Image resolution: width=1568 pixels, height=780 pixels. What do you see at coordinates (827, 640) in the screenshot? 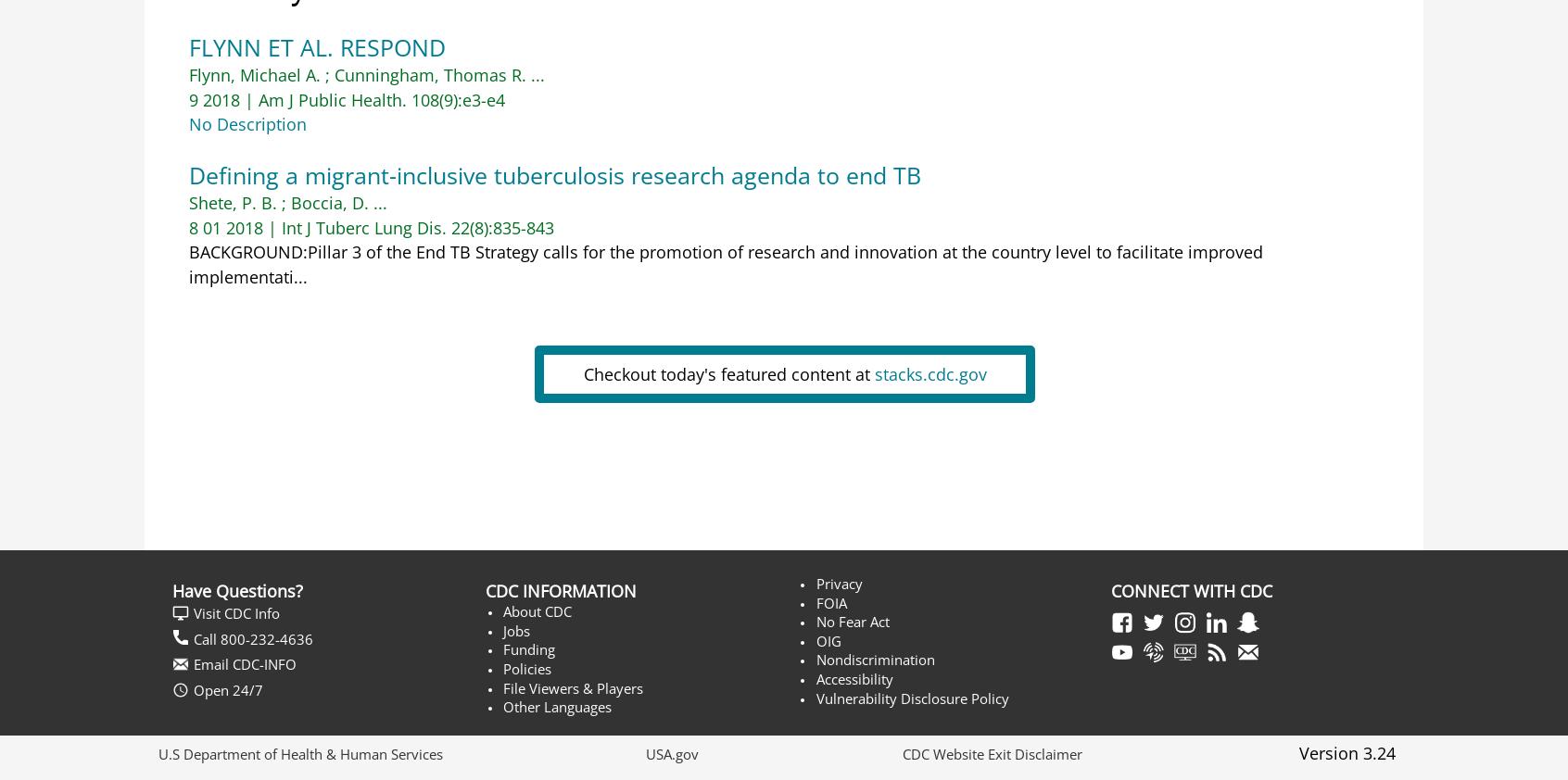
I see `'OIG'` at bounding box center [827, 640].